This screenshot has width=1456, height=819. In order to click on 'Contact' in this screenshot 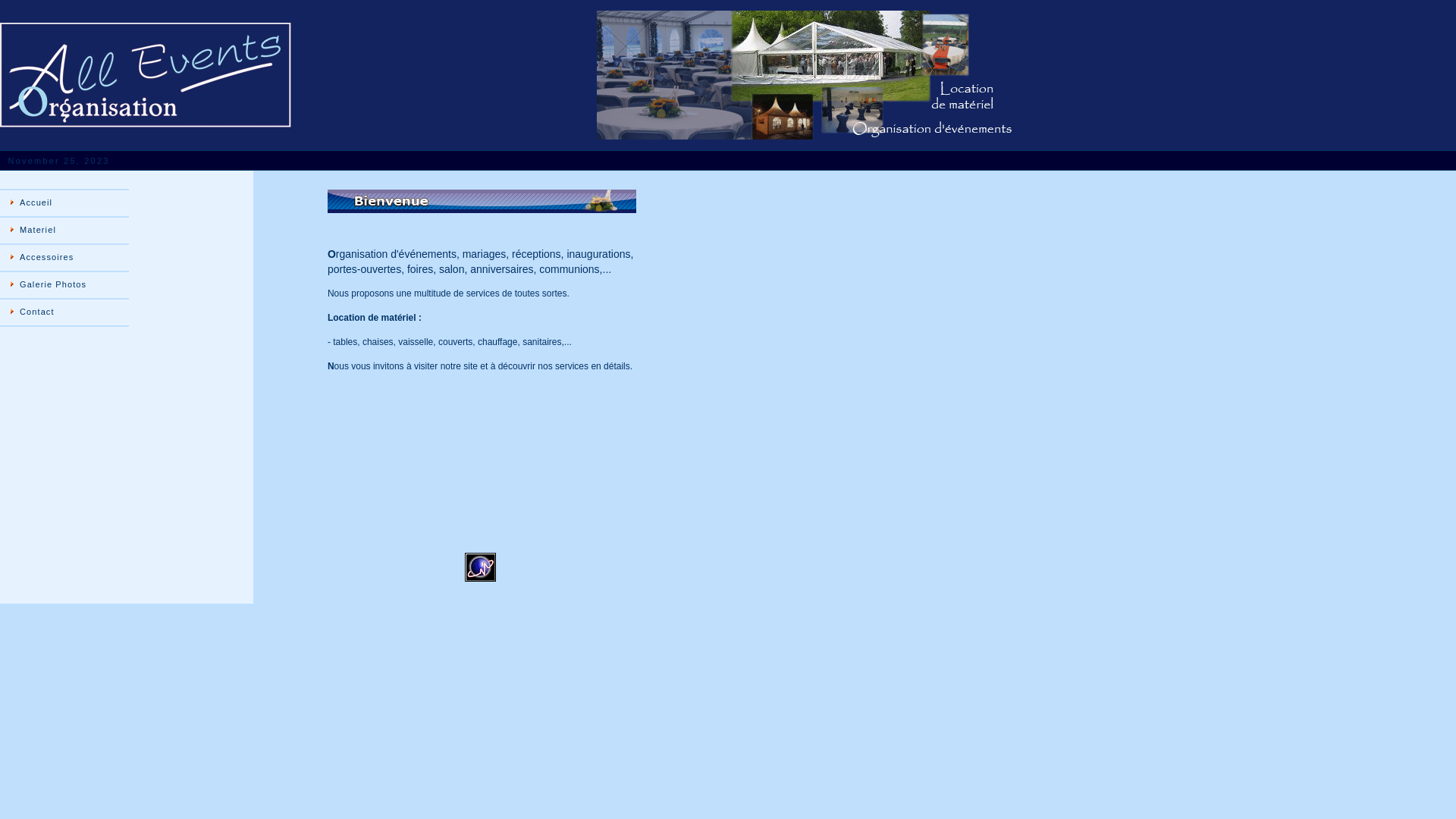, I will do `click(64, 312)`.